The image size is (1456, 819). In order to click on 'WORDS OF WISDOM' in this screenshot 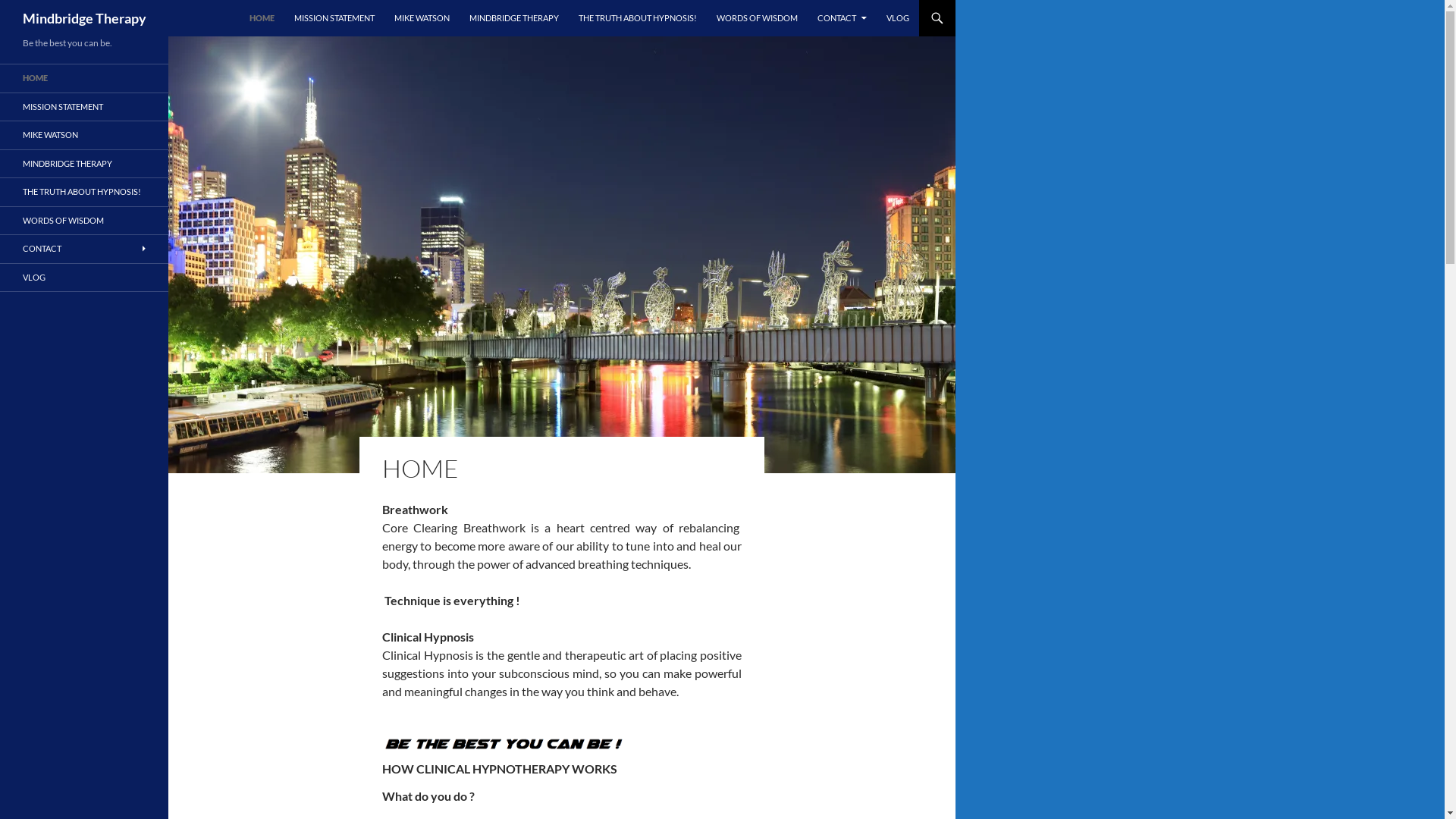, I will do `click(757, 17)`.